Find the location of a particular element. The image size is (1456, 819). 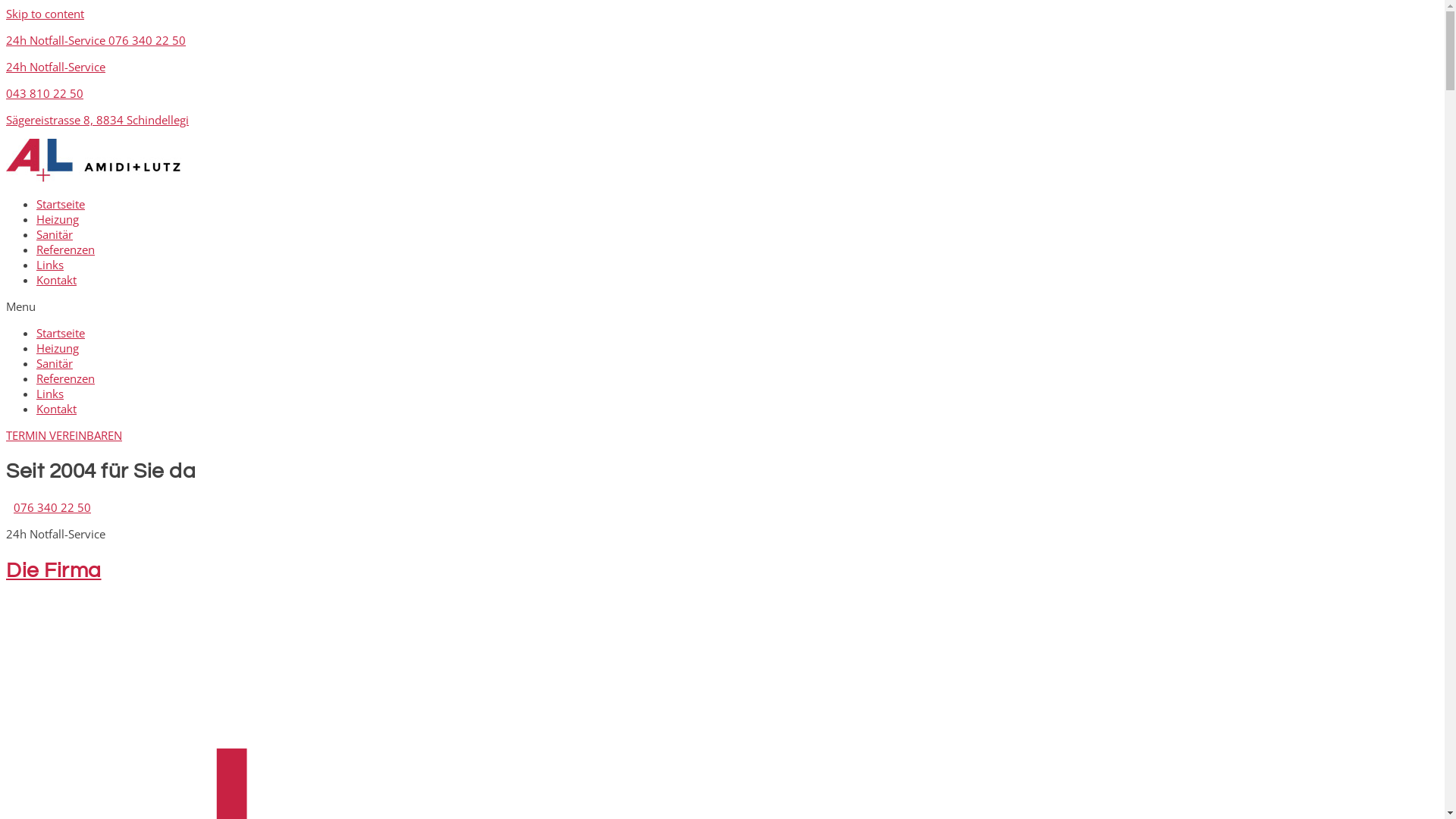

'TERMIN VEREINBAREN' is located at coordinates (6, 435).